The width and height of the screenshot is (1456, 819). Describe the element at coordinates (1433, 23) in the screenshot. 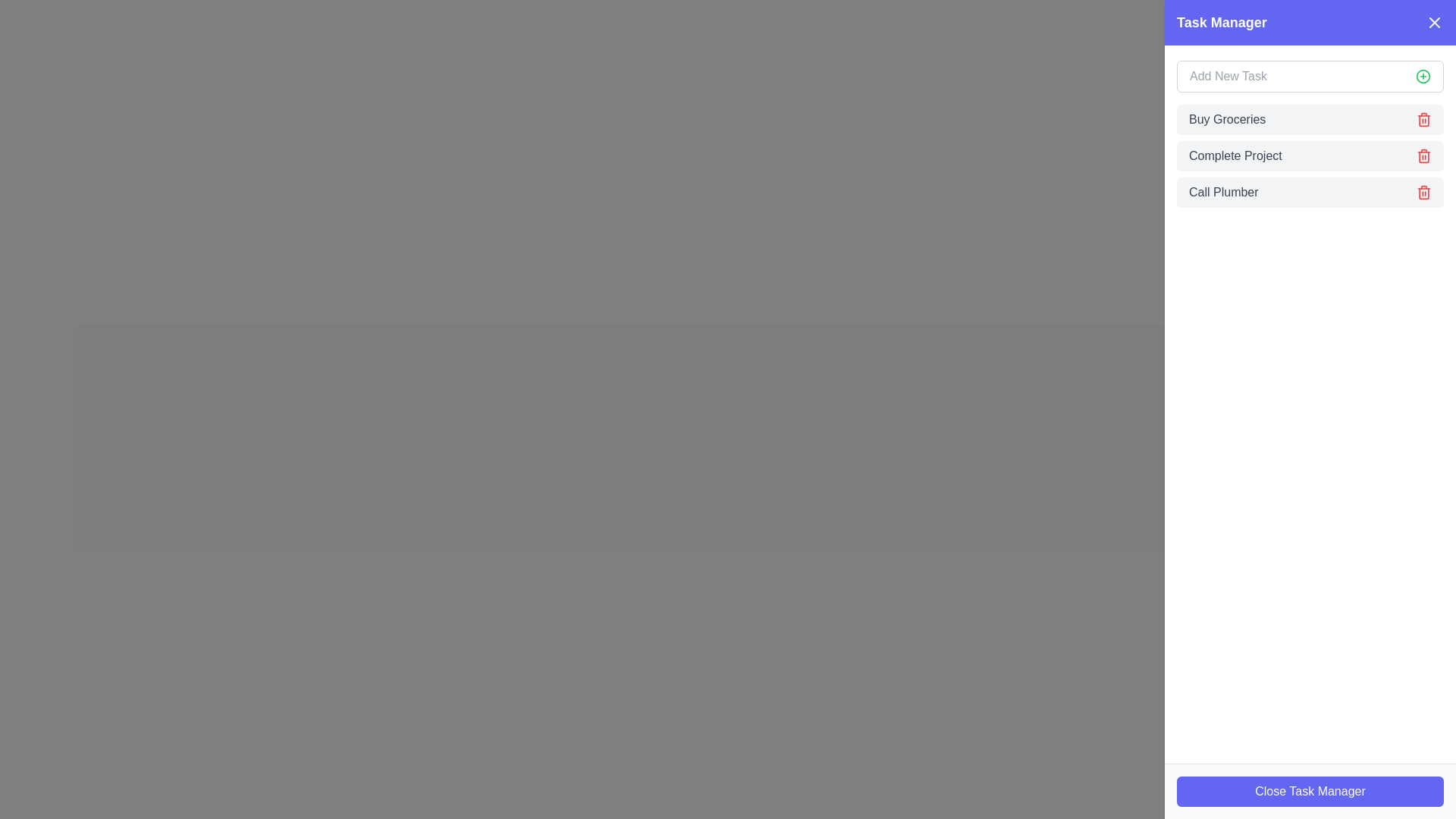

I see `the circular button with an 'X' icon, styled in white on a vibrant purple background, located in the top-right corner of the header containing 'Task Manager'` at that location.